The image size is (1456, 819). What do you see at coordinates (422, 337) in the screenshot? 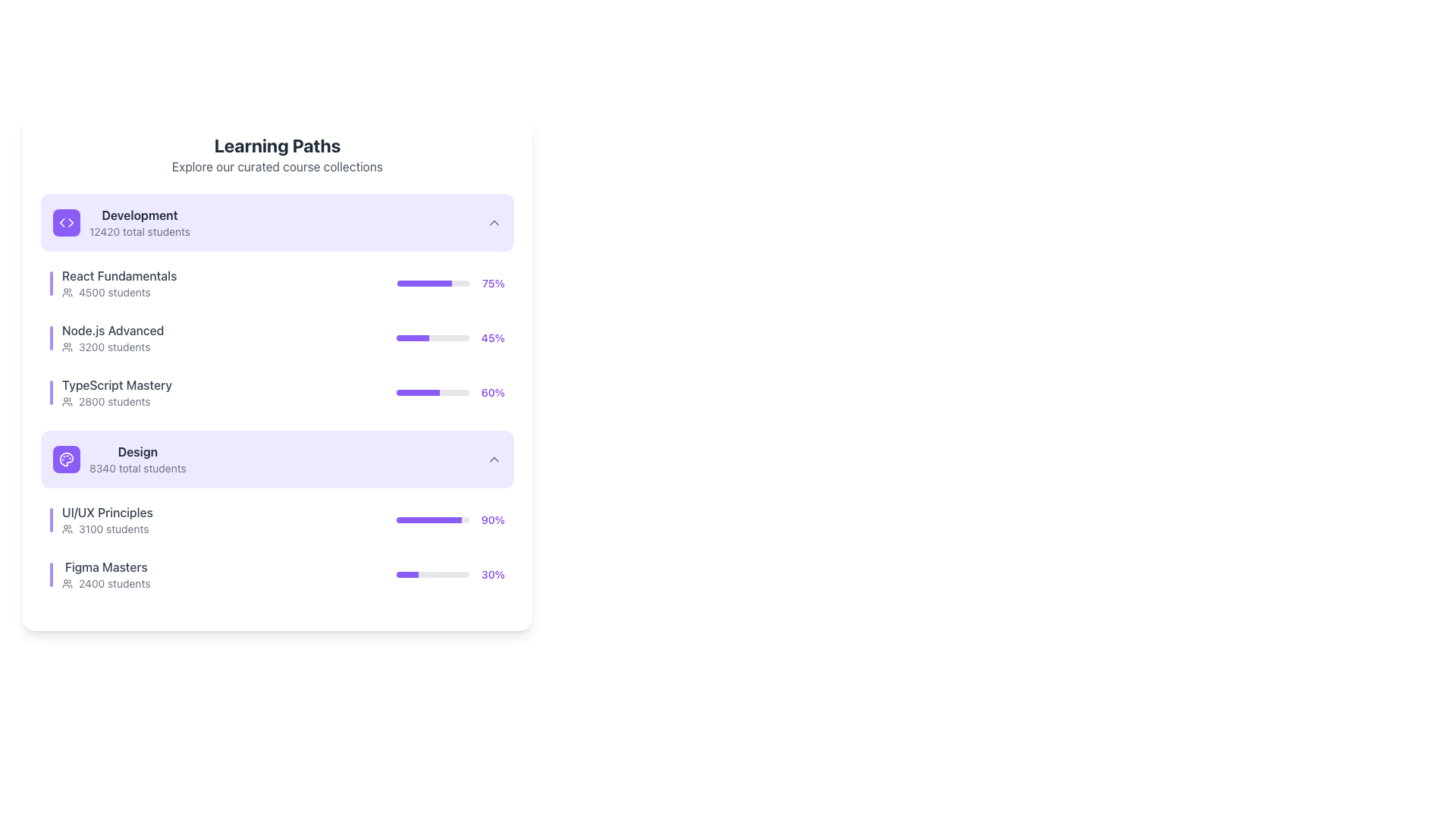
I see `progress` at bounding box center [422, 337].